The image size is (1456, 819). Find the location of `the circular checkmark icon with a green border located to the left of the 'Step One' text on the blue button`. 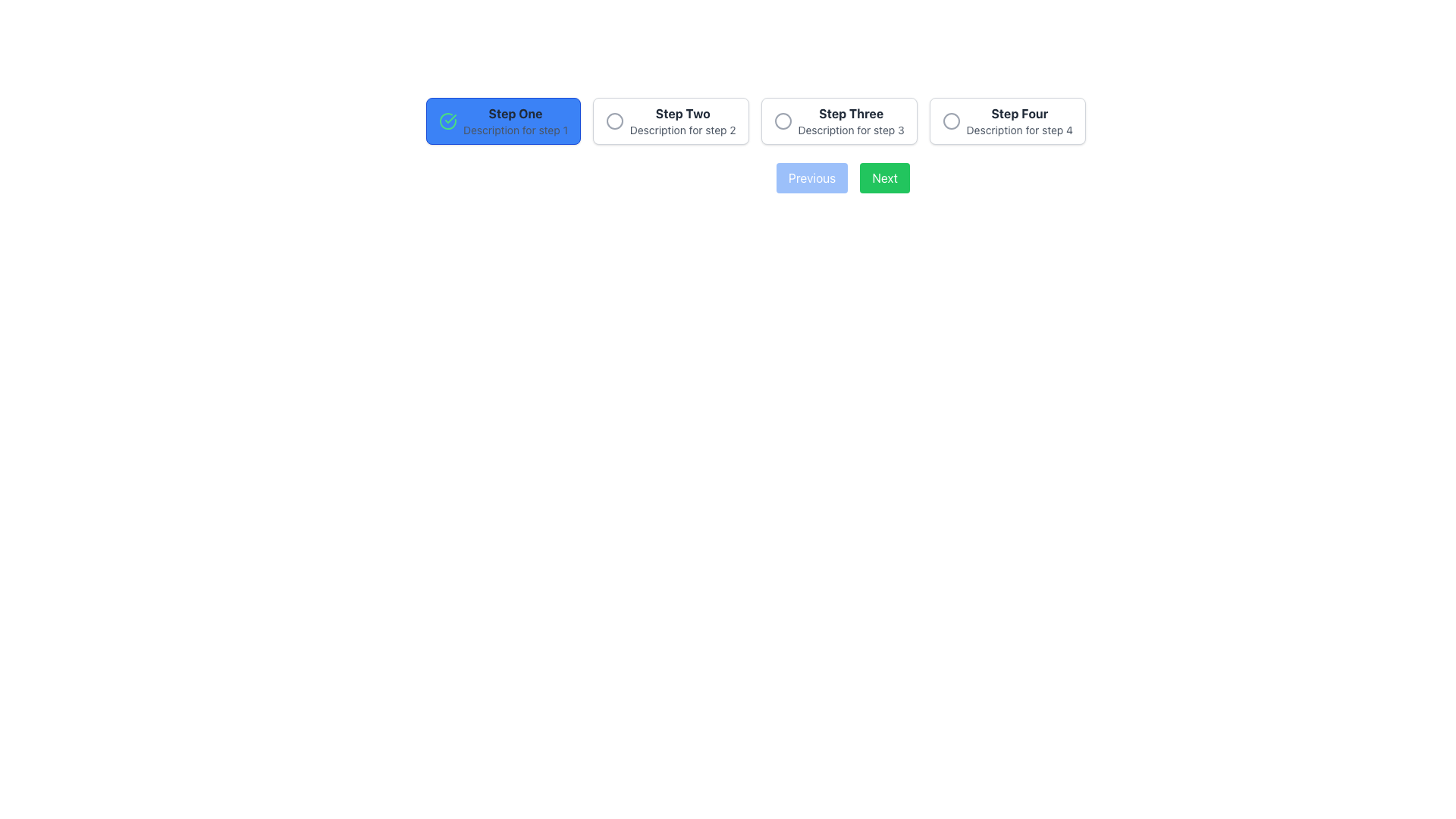

the circular checkmark icon with a green border located to the left of the 'Step One' text on the blue button is located at coordinates (447, 120).